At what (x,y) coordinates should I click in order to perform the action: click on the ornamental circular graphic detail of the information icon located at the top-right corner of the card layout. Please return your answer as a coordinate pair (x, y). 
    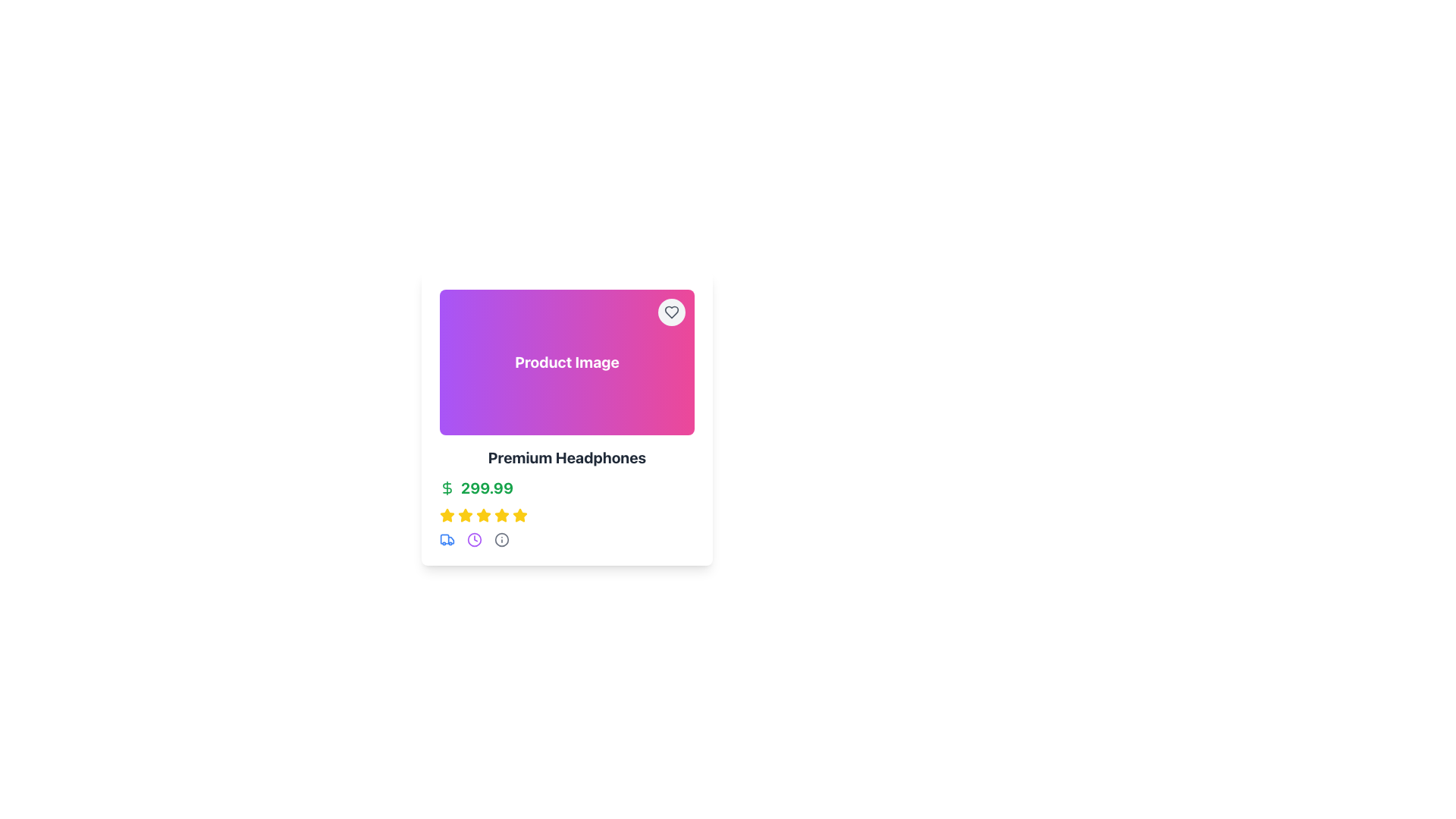
    Looking at the image, I should click on (502, 539).